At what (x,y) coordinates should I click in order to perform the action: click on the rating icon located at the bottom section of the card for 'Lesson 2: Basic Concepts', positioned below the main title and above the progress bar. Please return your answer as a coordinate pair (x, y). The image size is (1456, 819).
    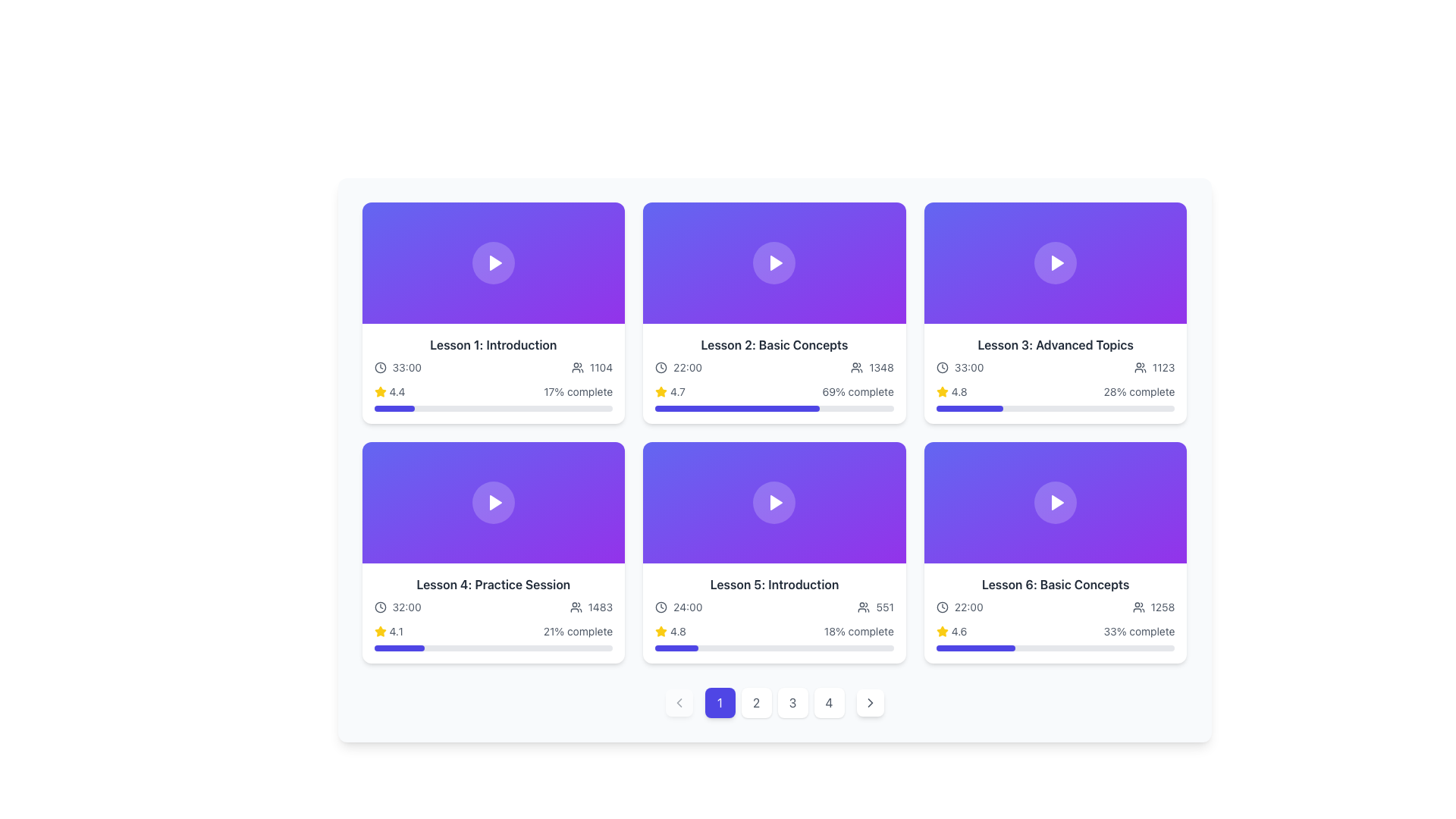
    Looking at the image, I should click on (941, 391).